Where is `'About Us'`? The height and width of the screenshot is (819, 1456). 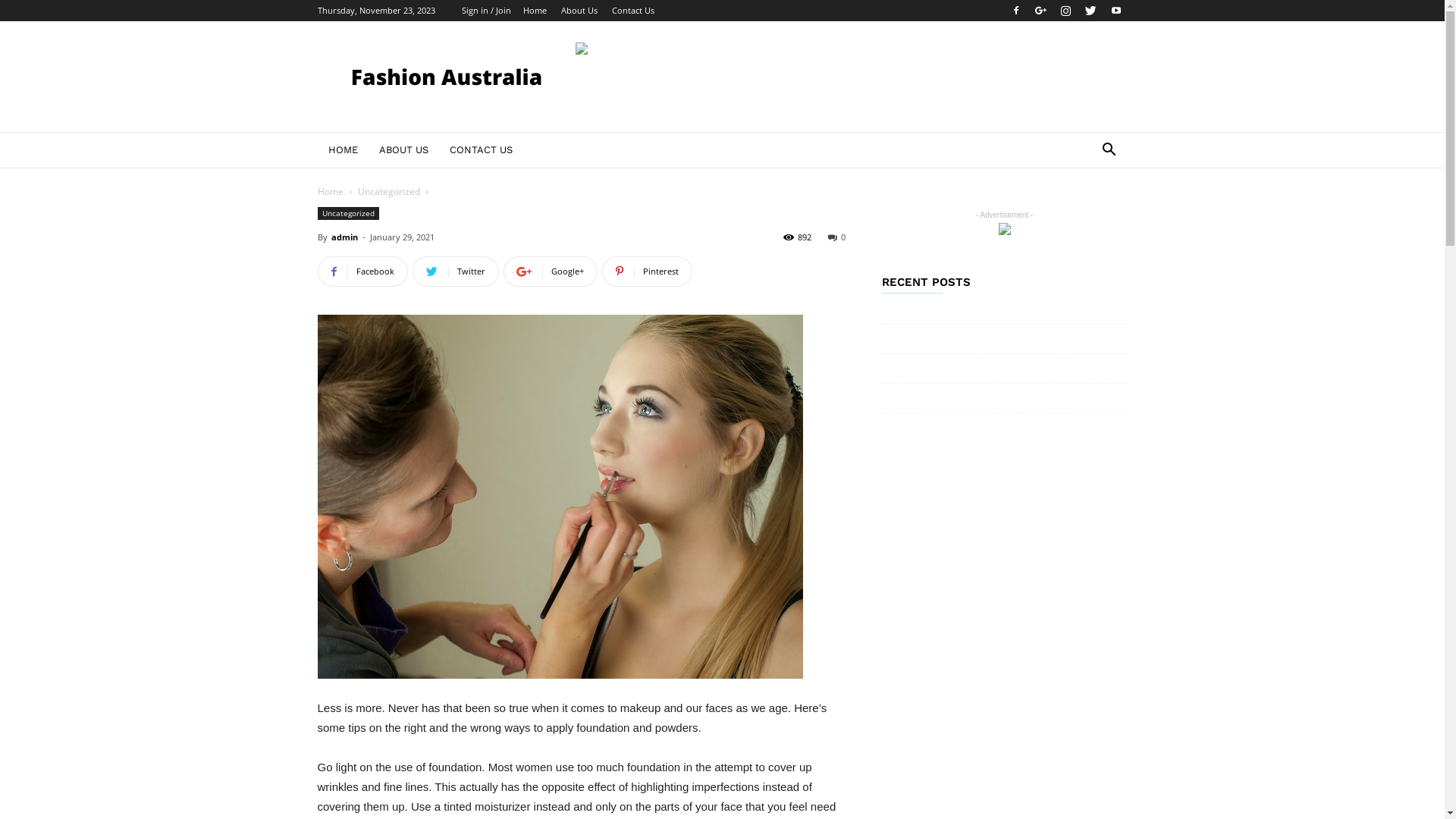 'About Us' is located at coordinates (578, 10).